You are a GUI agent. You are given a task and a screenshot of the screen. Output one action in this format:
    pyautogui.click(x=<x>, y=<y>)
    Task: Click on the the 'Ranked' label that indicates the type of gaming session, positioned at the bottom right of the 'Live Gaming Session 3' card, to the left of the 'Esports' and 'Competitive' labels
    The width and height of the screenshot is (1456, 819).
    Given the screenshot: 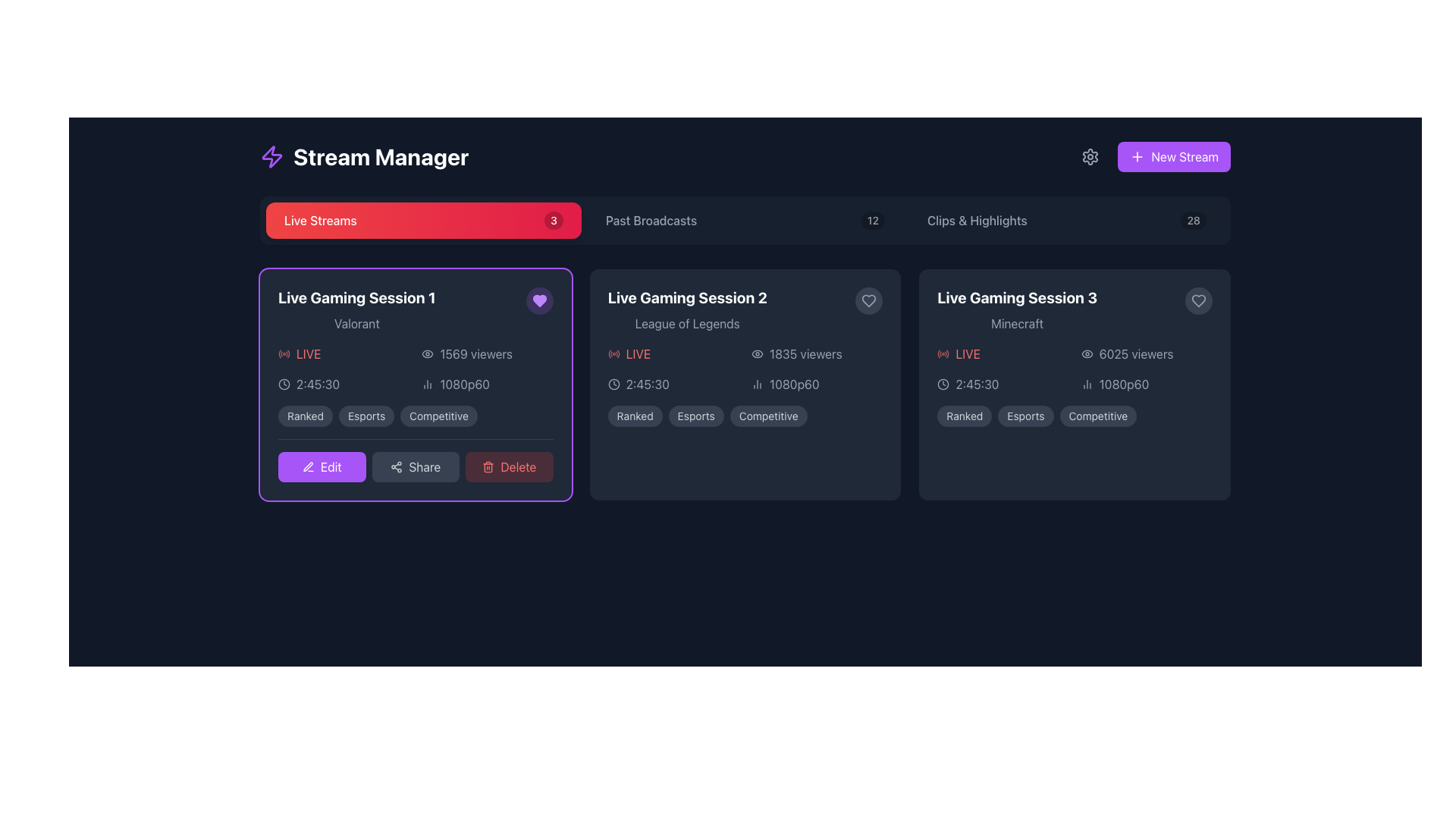 What is the action you would take?
    pyautogui.click(x=964, y=416)
    